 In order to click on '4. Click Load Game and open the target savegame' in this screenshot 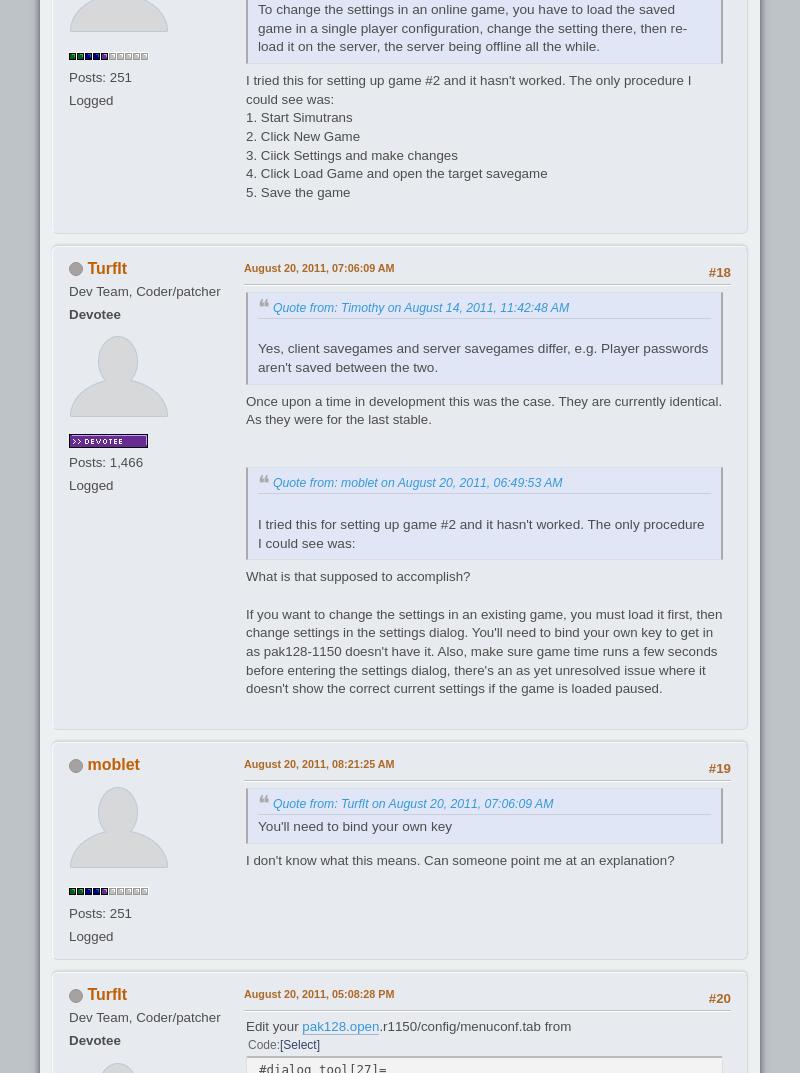, I will do `click(395, 172)`.